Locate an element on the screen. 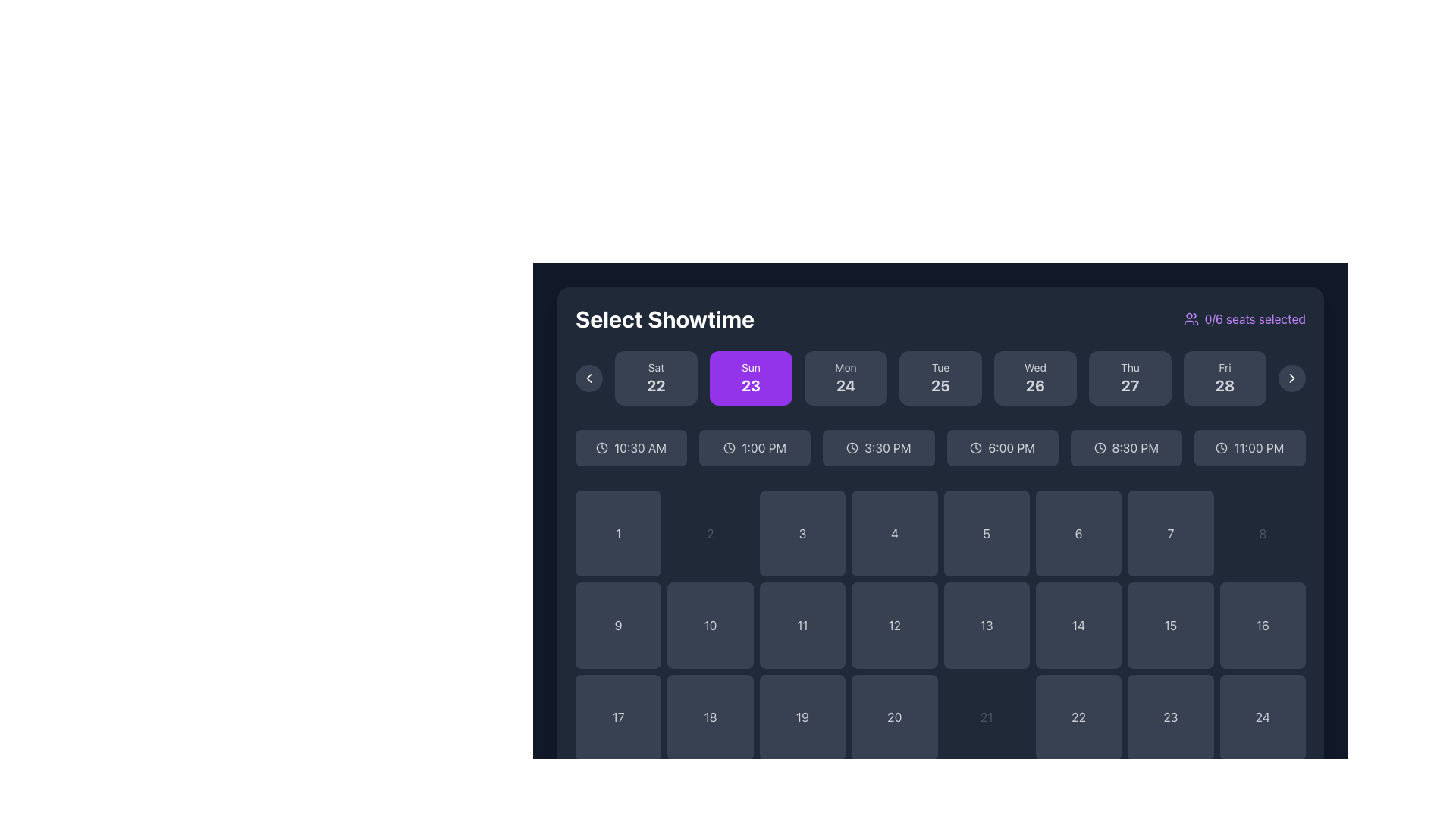  the square-shaped button with a rounded border and dark background that displays the number '24' prominently in its center is located at coordinates (1263, 717).